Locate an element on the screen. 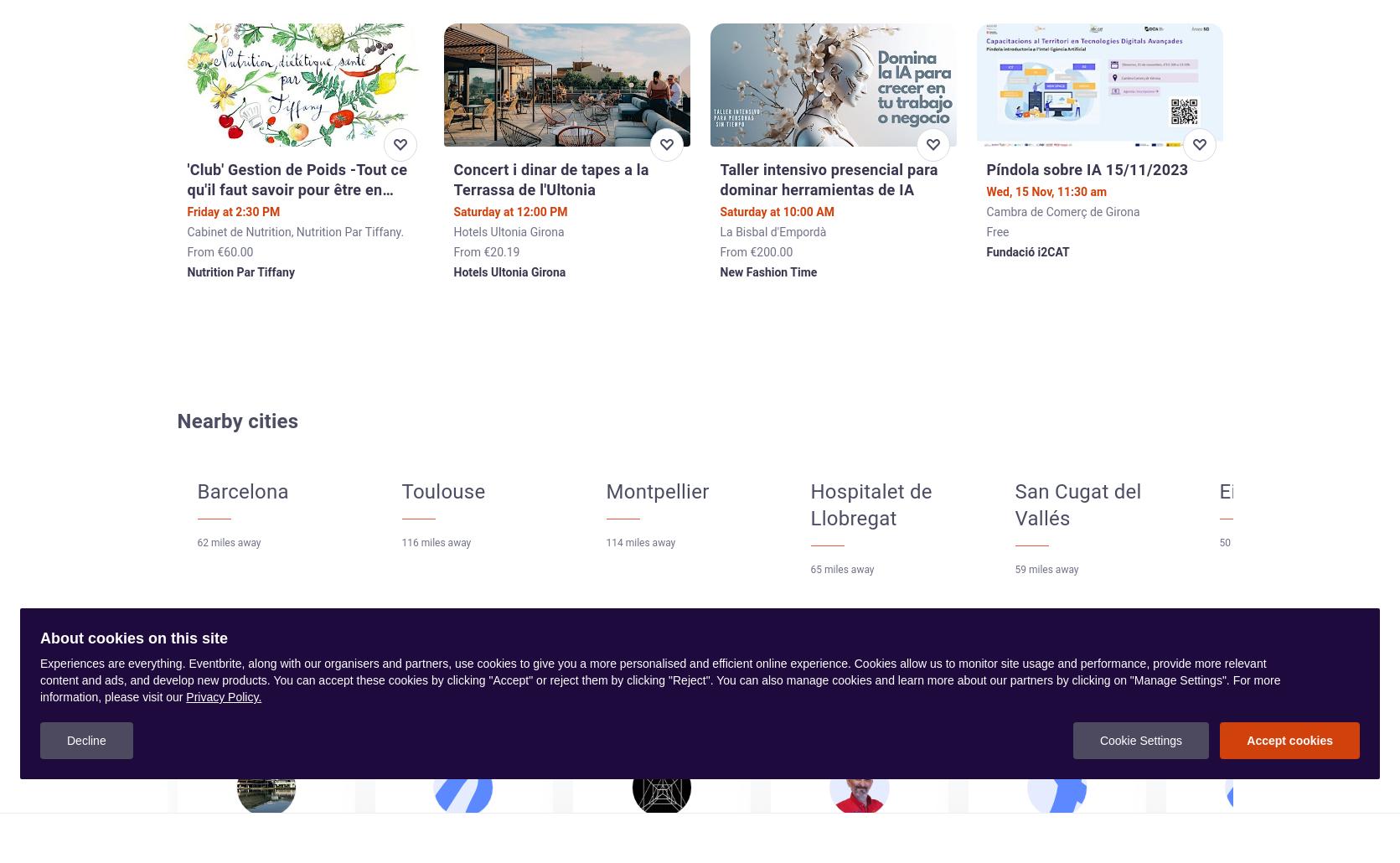 The image size is (1400, 863). ''Club' Gestion de Poids -Tout ce qu'il faut savoir pour être en bonne forme' is located at coordinates (187, 189).